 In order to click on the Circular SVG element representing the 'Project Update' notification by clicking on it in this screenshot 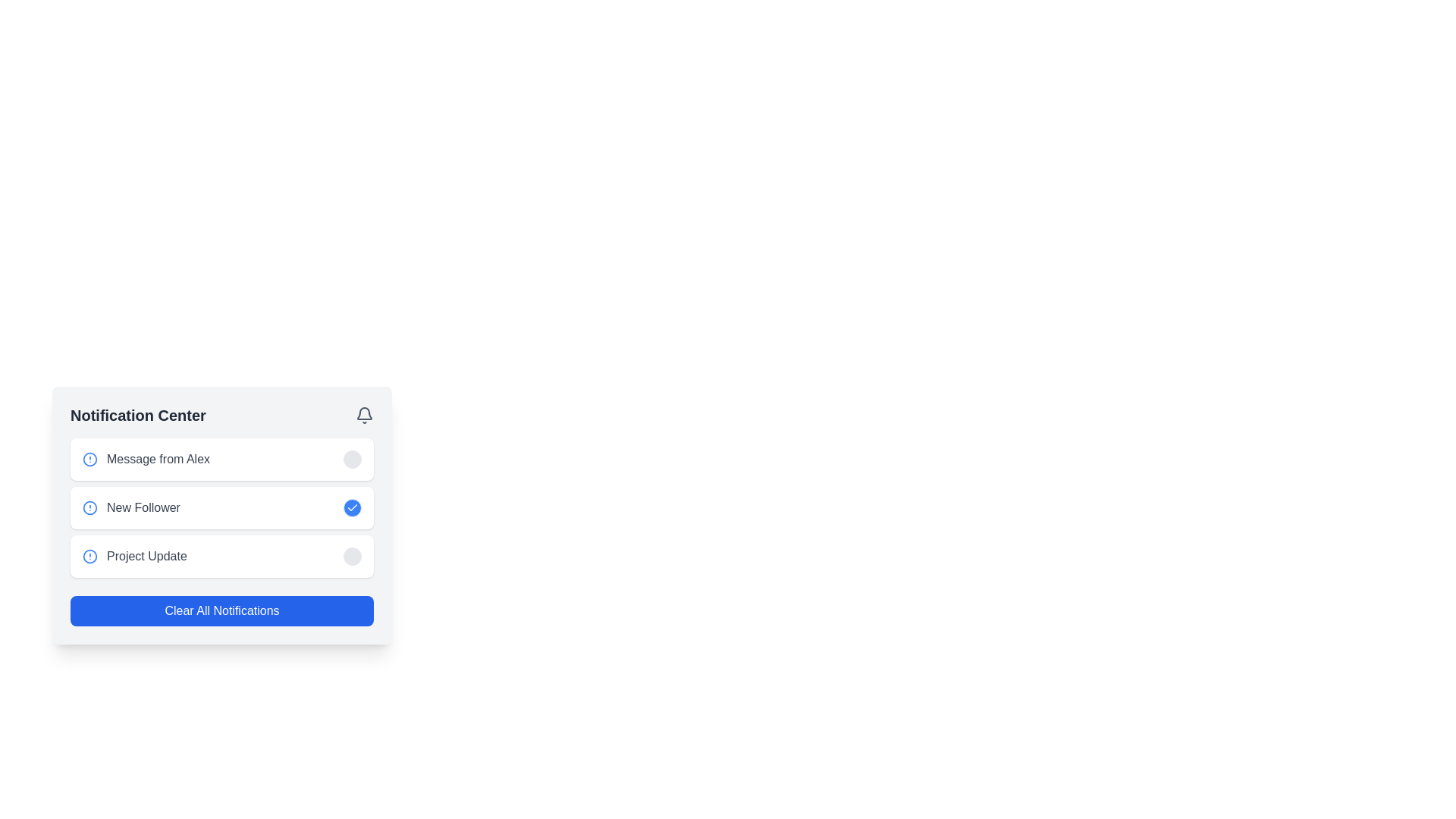, I will do `click(89, 556)`.